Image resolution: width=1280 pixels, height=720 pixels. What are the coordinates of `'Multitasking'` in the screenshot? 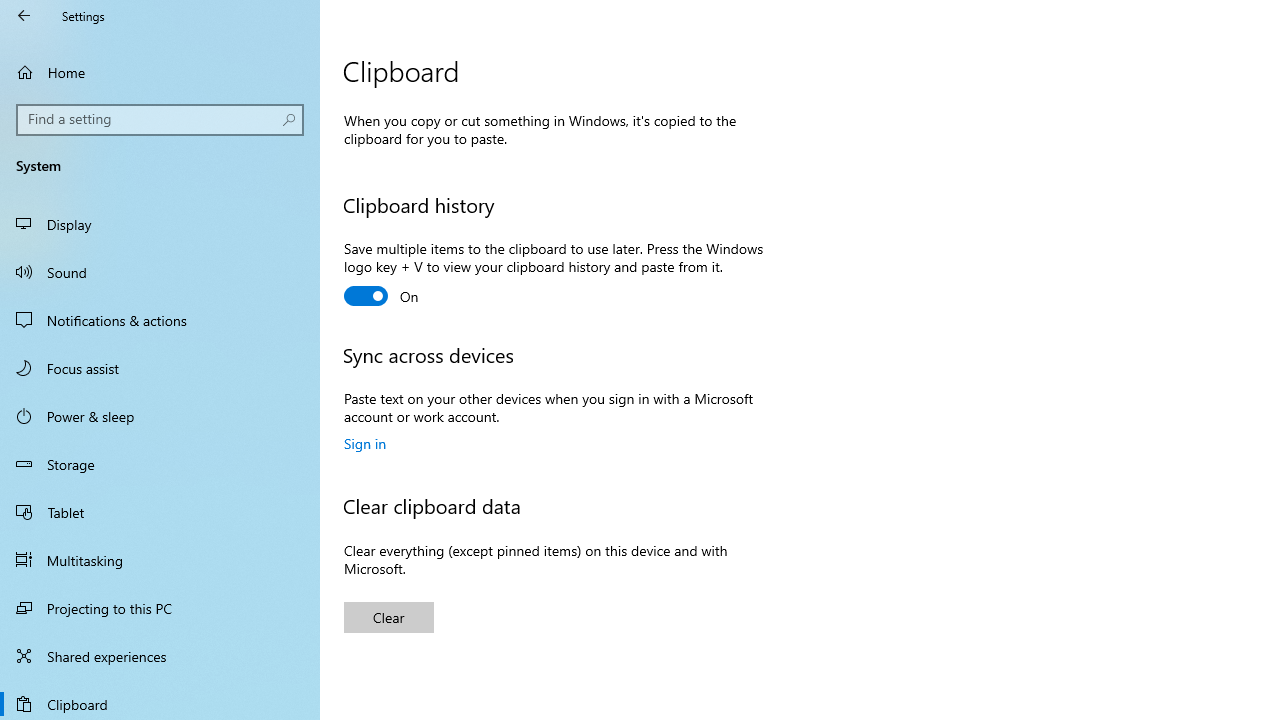 It's located at (160, 559).